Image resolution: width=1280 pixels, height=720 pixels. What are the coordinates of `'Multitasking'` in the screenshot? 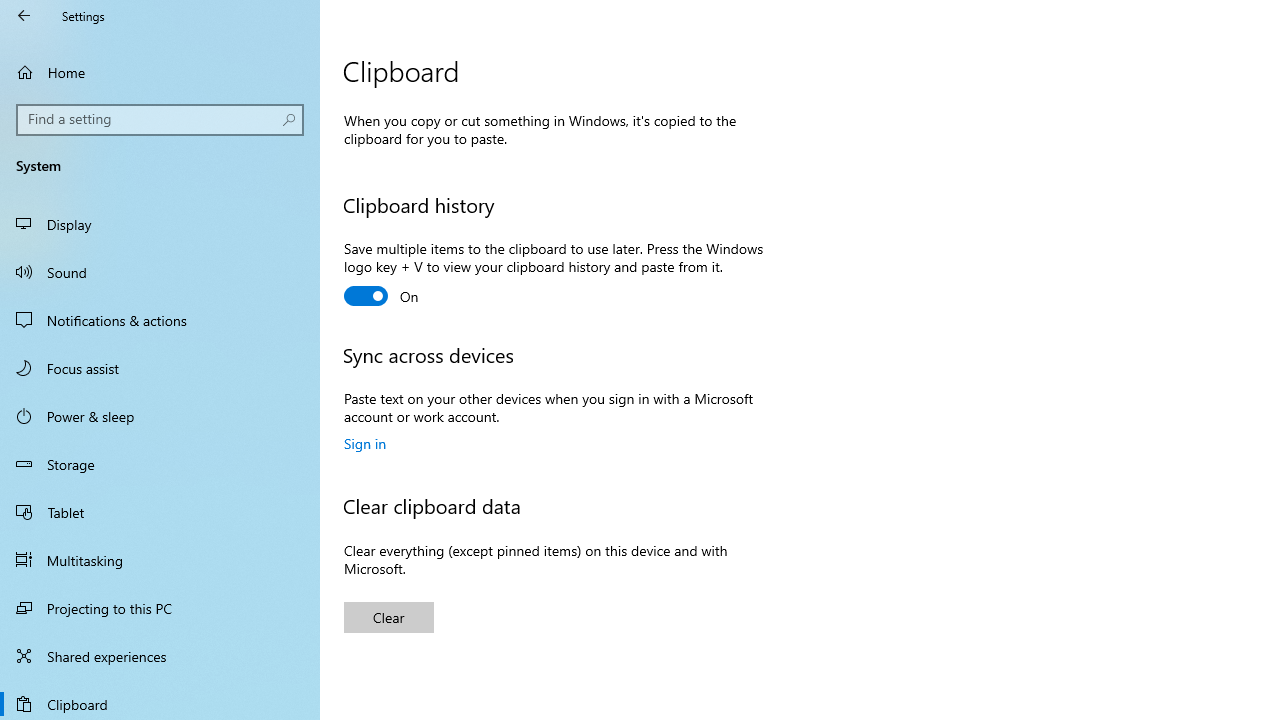 It's located at (160, 559).